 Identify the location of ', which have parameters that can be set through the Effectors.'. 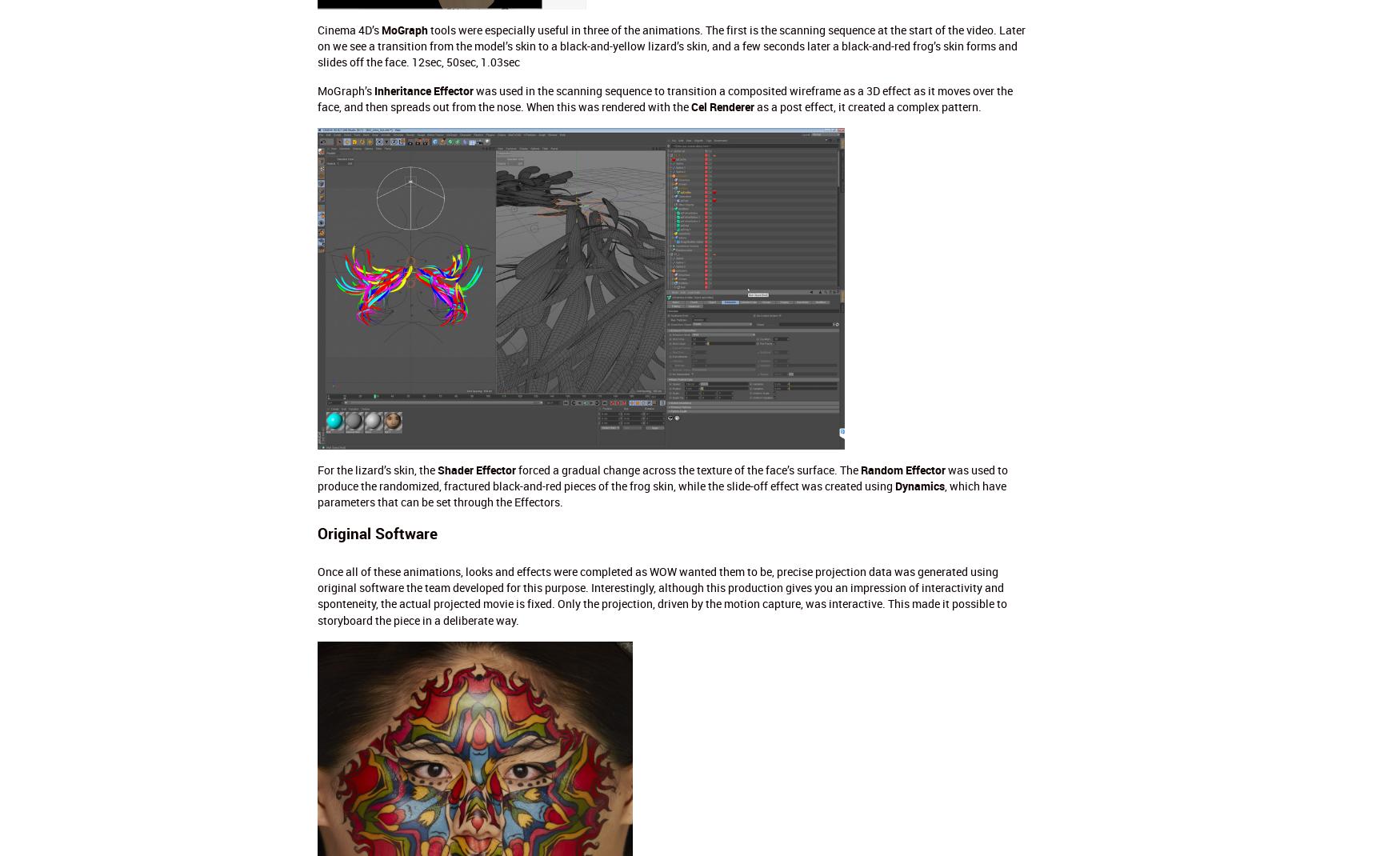
(316, 492).